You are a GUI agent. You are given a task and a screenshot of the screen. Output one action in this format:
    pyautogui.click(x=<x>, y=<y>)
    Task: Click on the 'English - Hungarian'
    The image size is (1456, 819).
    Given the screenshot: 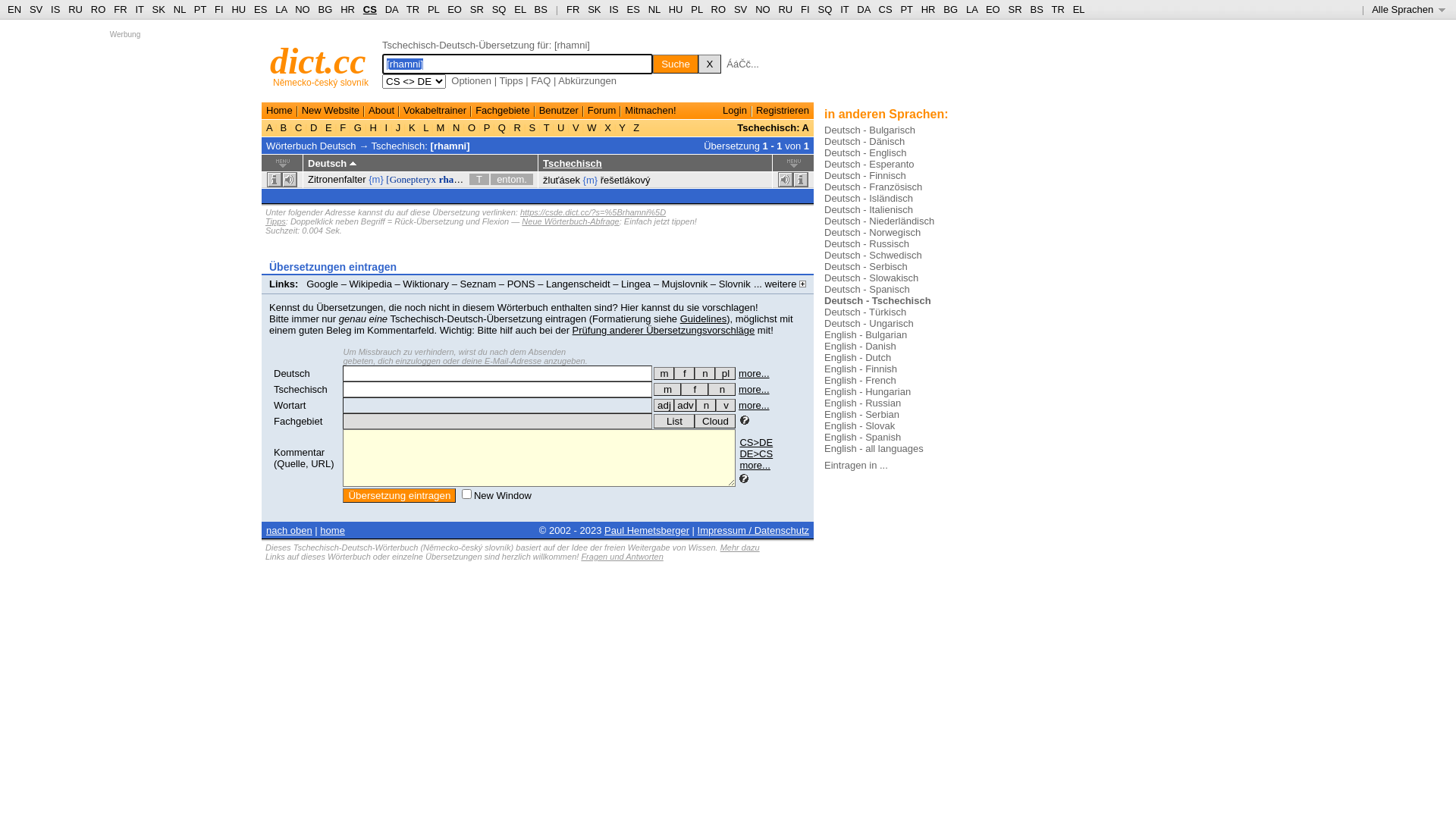 What is the action you would take?
    pyautogui.click(x=867, y=391)
    